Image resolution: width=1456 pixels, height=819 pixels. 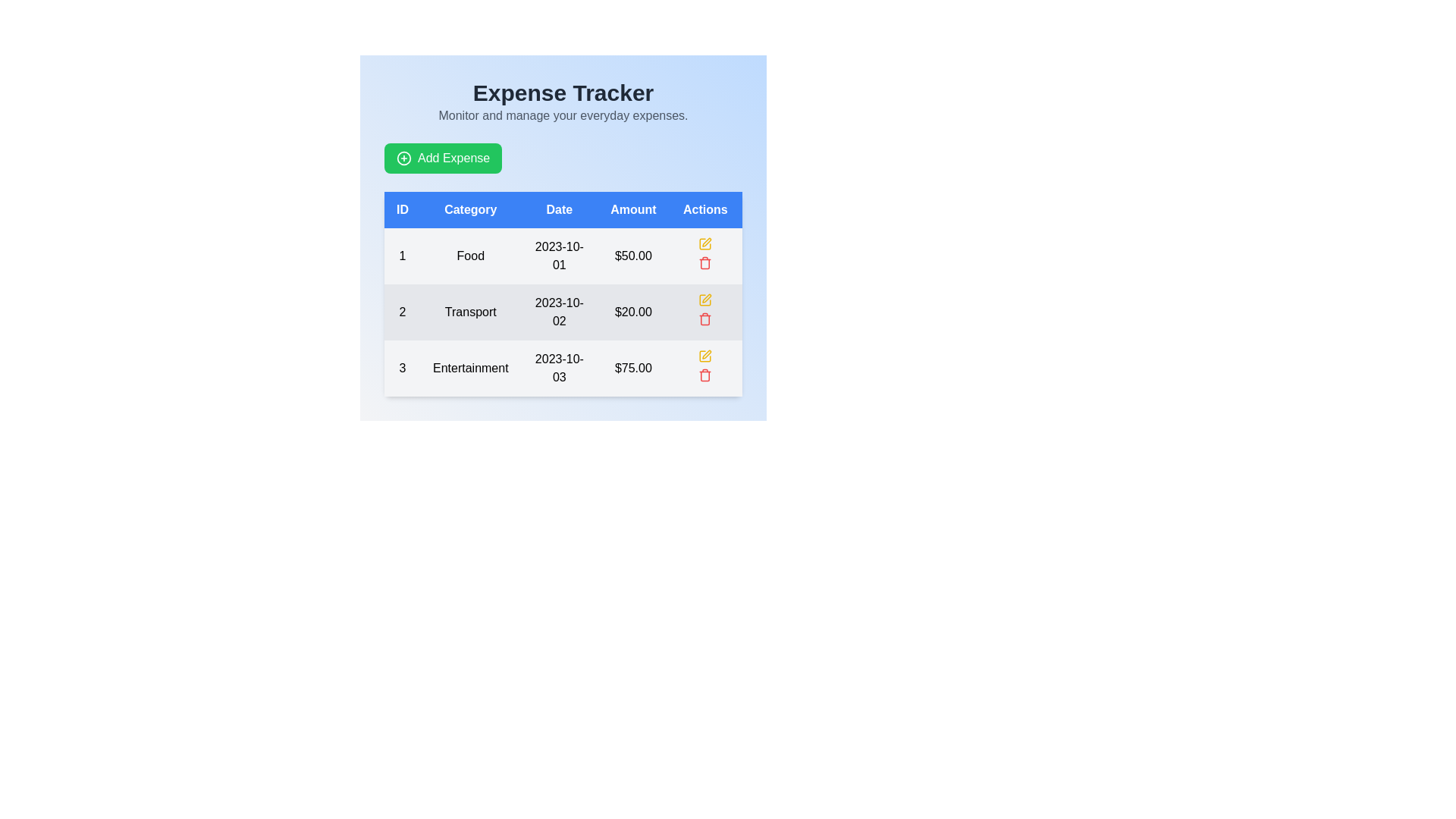 I want to click on the 'Amount' text label, which is the fourth column header in the table indicating monetary amounts, located between the 'Date' and 'Actions' labels, so click(x=633, y=210).